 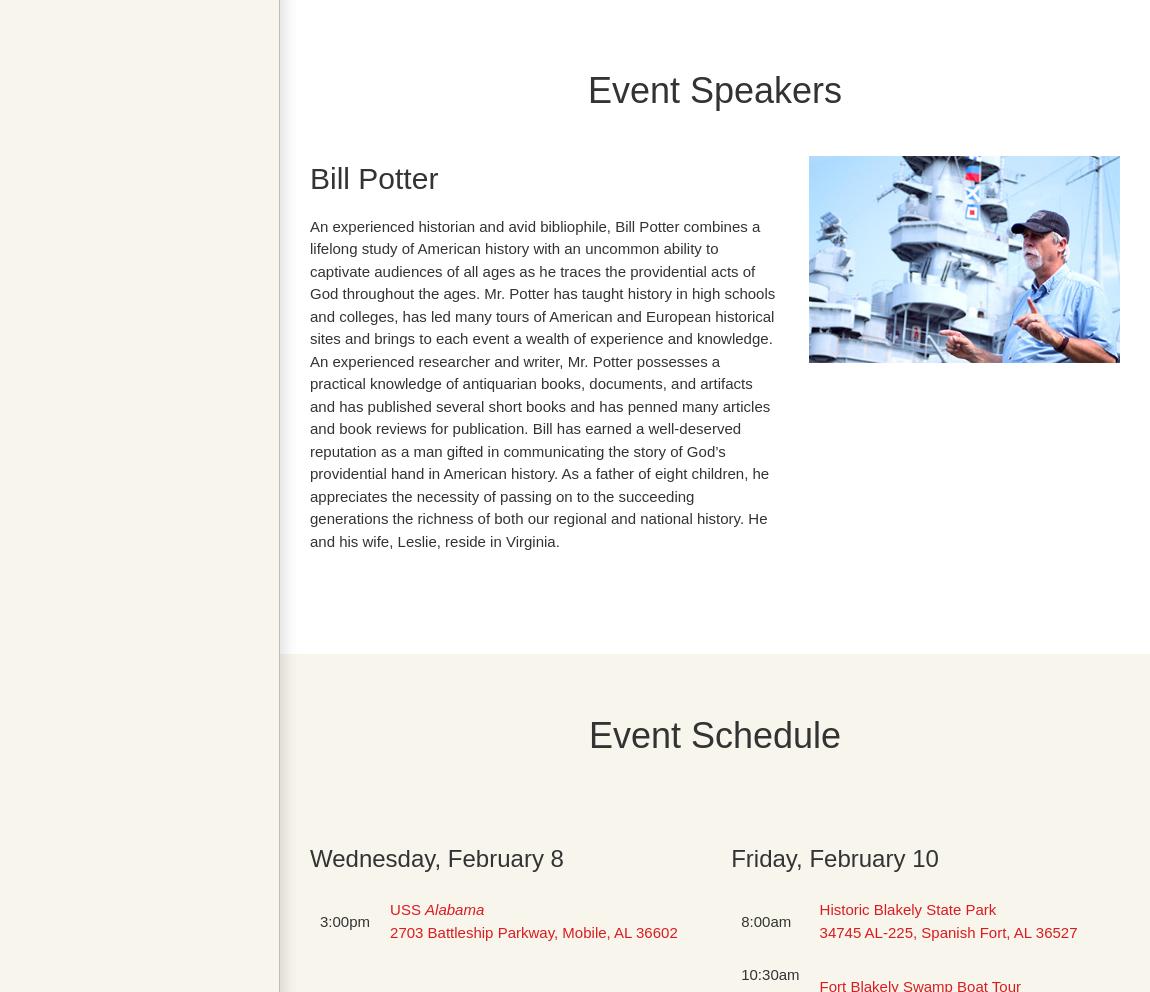 I want to click on '3:00pm', so click(x=320, y=919).